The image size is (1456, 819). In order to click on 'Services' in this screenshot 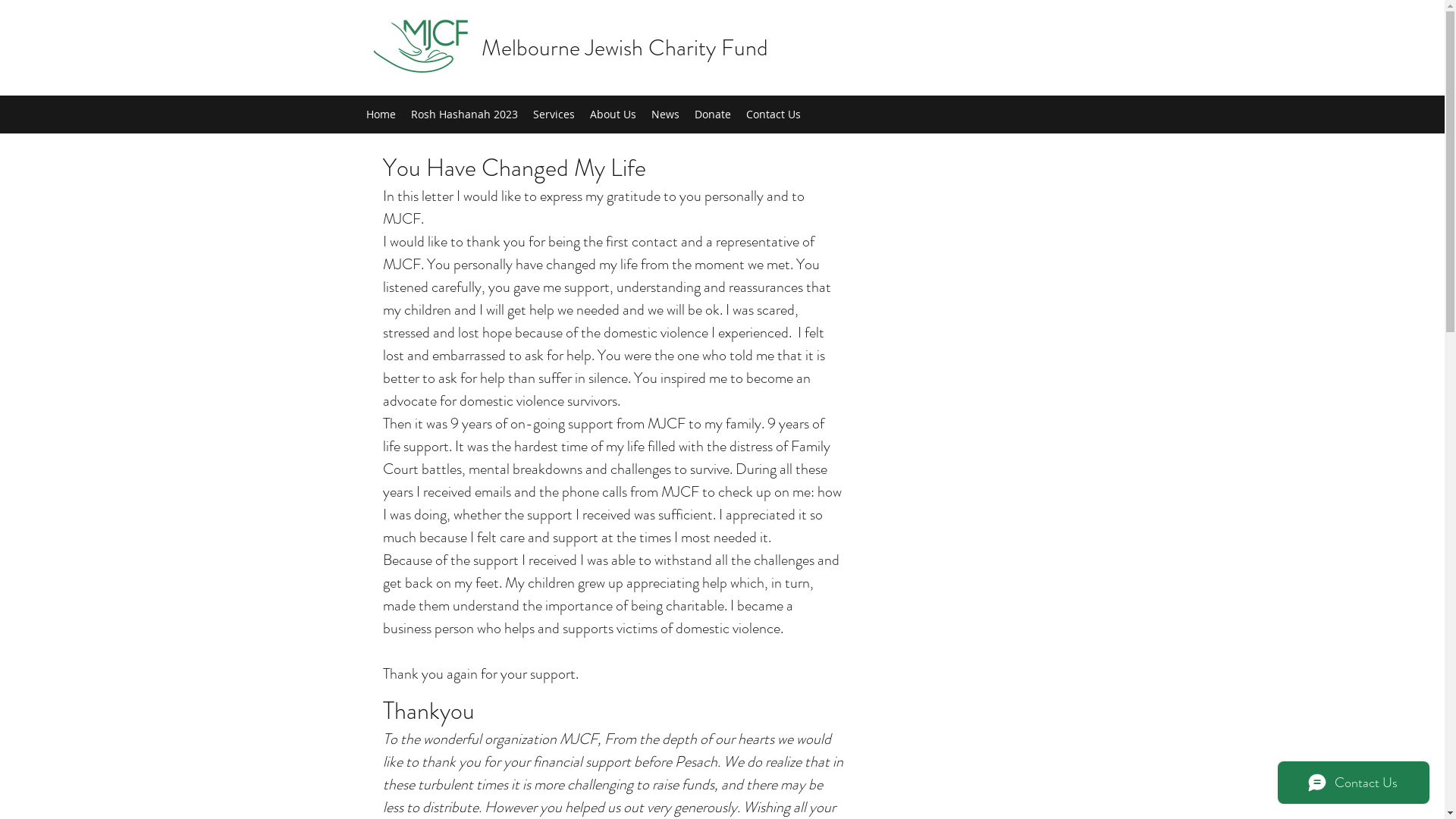, I will do `click(552, 113)`.